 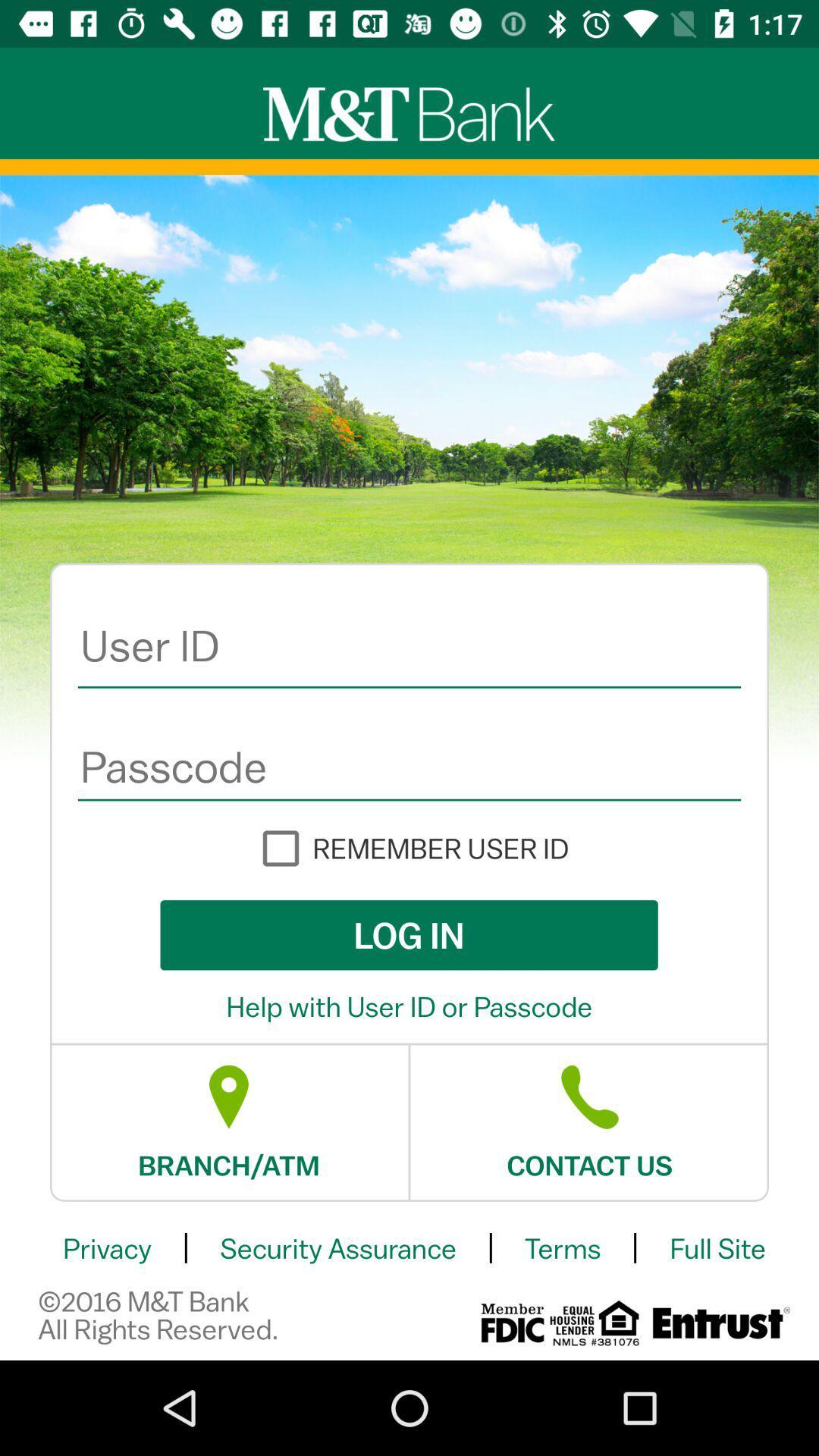 What do you see at coordinates (563, 1248) in the screenshot?
I see `icon below the contact us` at bounding box center [563, 1248].